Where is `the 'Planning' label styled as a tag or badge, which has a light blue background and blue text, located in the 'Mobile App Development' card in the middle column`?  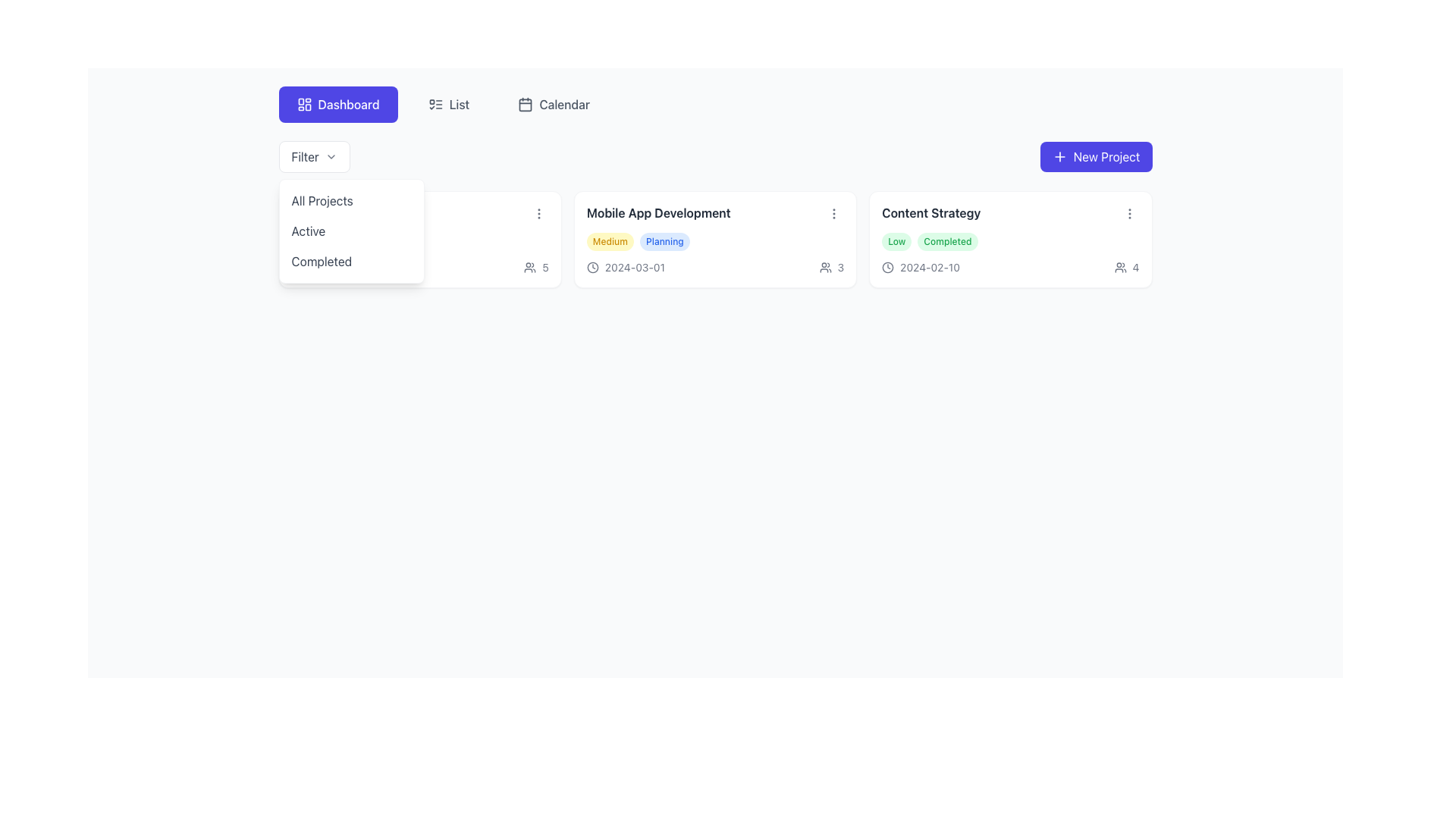 the 'Planning' label styled as a tag or badge, which has a light blue background and blue text, located in the 'Mobile App Development' card in the middle column is located at coordinates (664, 241).